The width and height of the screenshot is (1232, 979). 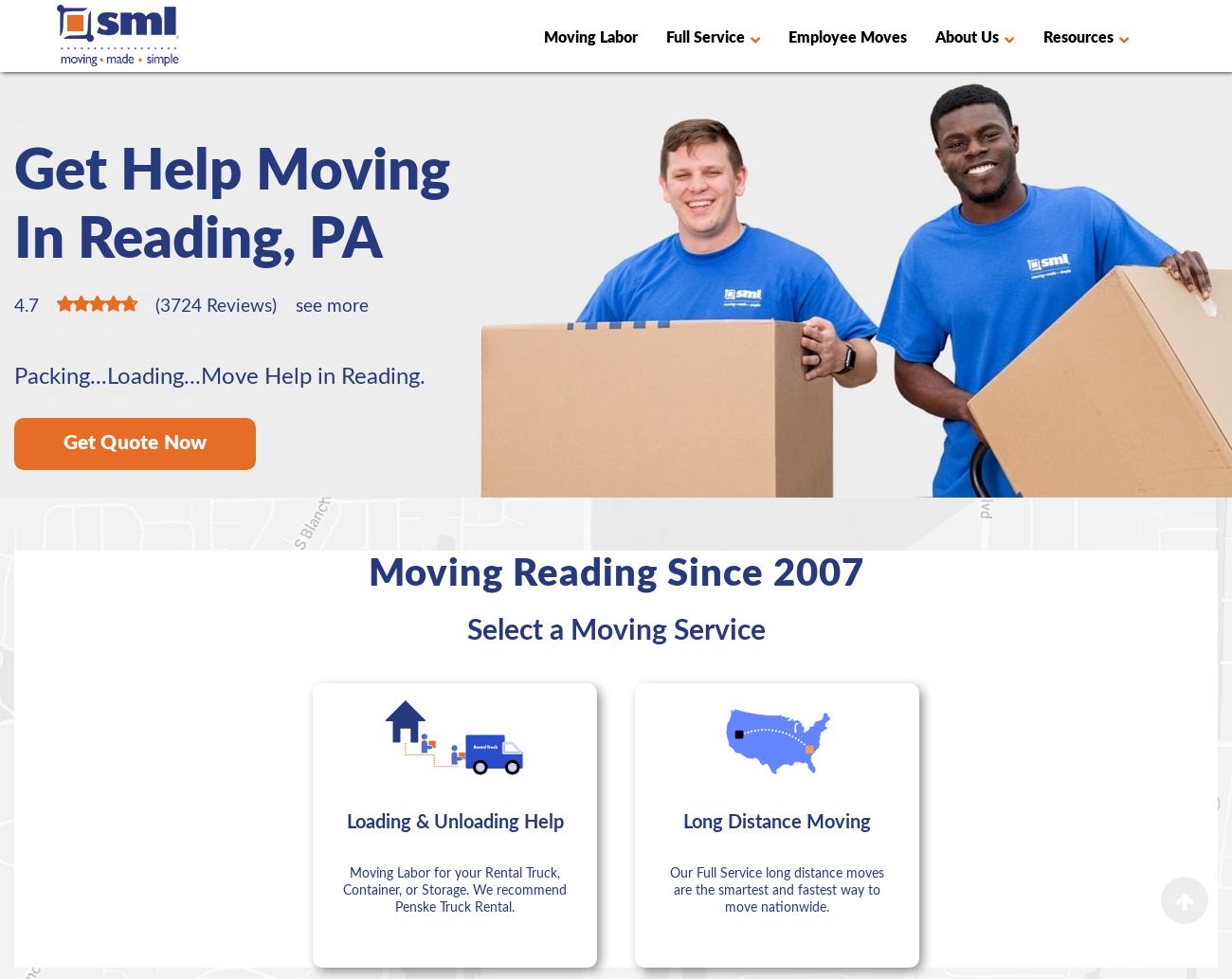 What do you see at coordinates (219, 377) in the screenshot?
I see `'Packing...Loading...Move Help in Reading.'` at bounding box center [219, 377].